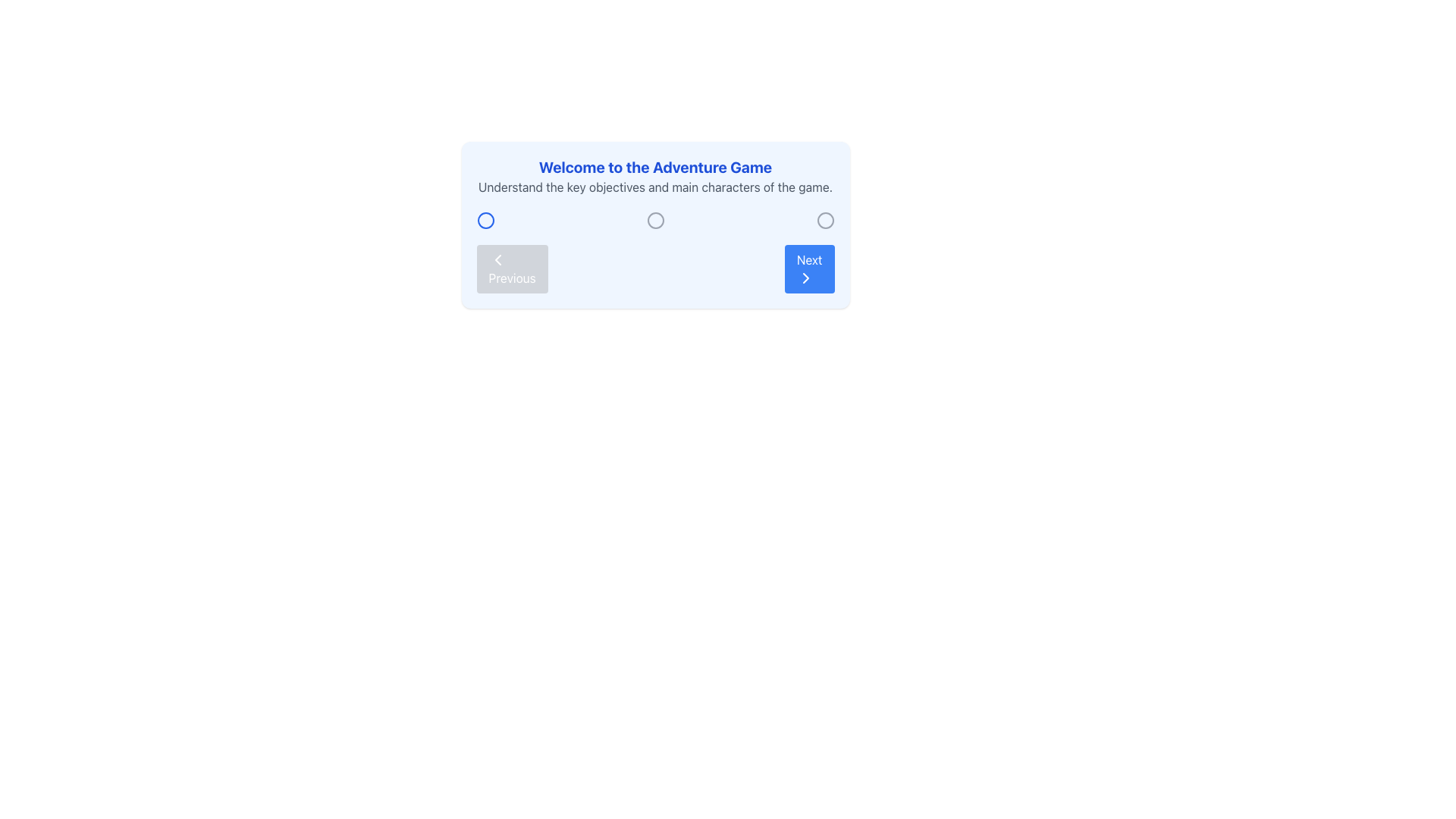  Describe the element at coordinates (655, 220) in the screenshot. I see `the second circular icon of the progress indicator located within the card titled 'Welcome to the Adventure Game', which is positioned between the 'Previous' and 'Next' buttons` at that location.